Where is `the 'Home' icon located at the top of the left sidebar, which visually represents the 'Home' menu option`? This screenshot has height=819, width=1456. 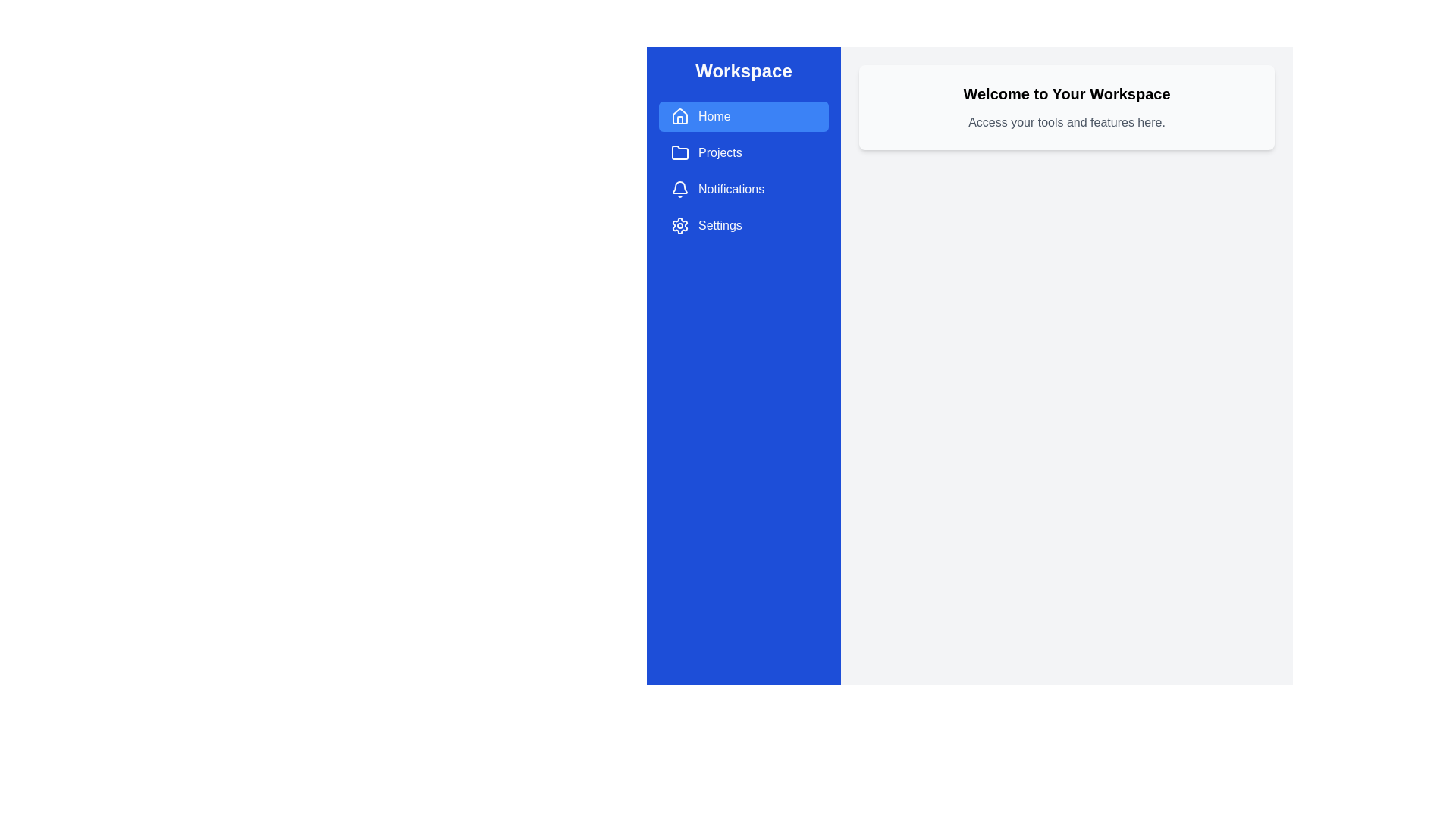
the 'Home' icon located at the top of the left sidebar, which visually represents the 'Home' menu option is located at coordinates (679, 116).